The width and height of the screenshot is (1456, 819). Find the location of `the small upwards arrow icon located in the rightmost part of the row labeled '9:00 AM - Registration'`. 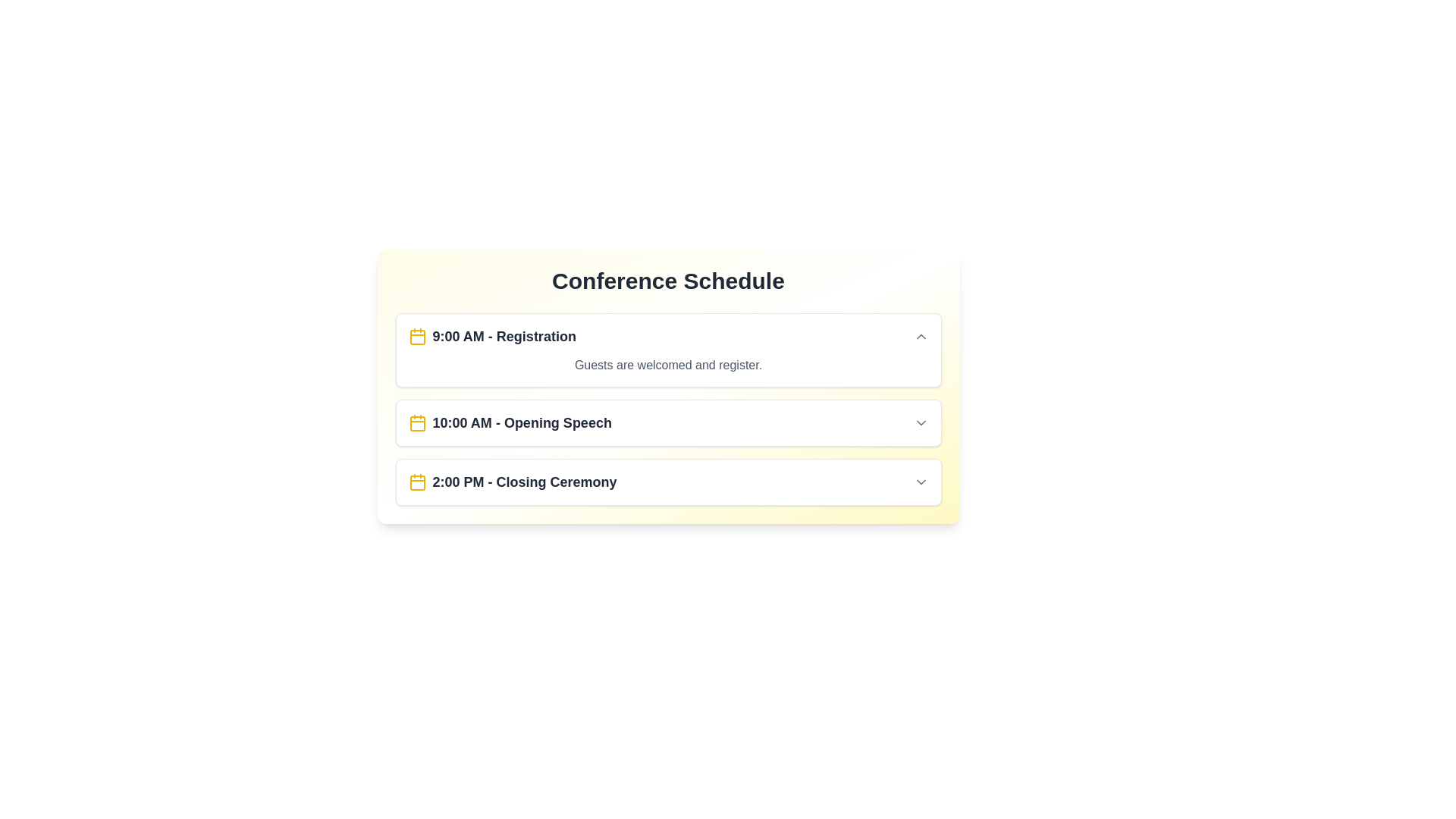

the small upwards arrow icon located in the rightmost part of the row labeled '9:00 AM - Registration' is located at coordinates (920, 335).